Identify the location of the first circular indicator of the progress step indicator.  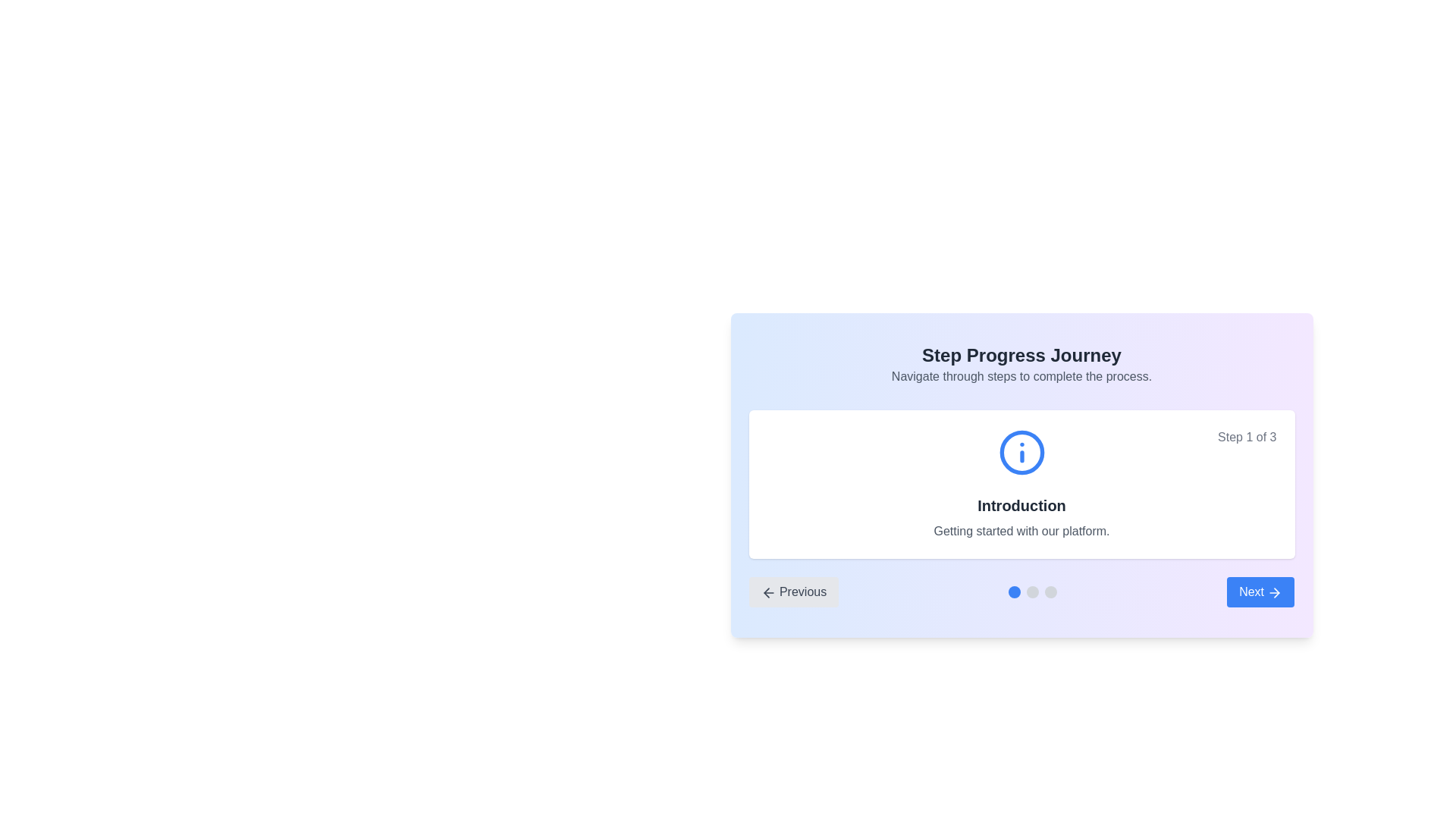
(1015, 591).